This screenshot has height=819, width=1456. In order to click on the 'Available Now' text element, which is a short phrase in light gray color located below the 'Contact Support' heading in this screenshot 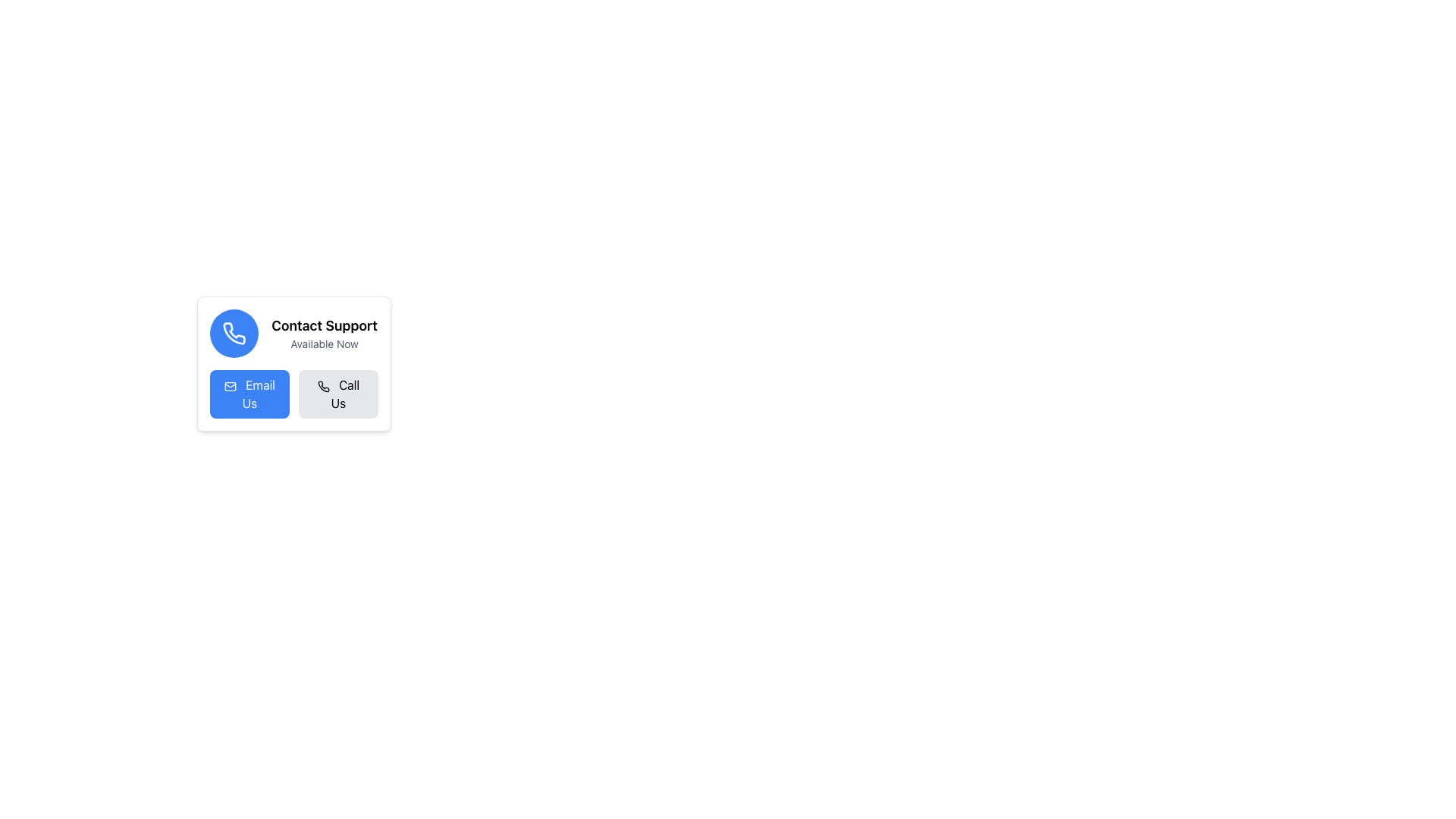, I will do `click(323, 344)`.